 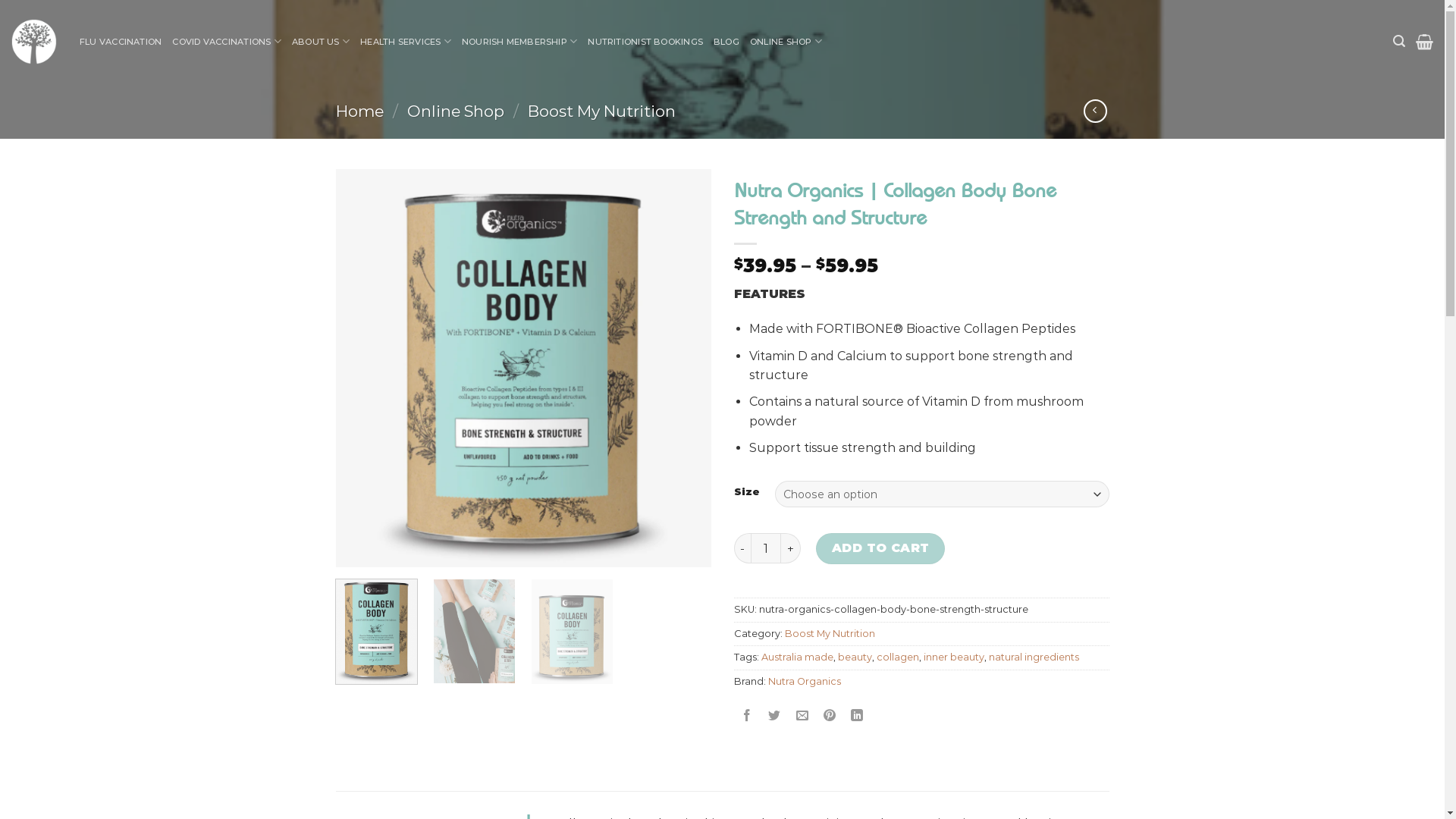 I want to click on 'NUTRITIONIST BOOKINGS', so click(x=645, y=40).